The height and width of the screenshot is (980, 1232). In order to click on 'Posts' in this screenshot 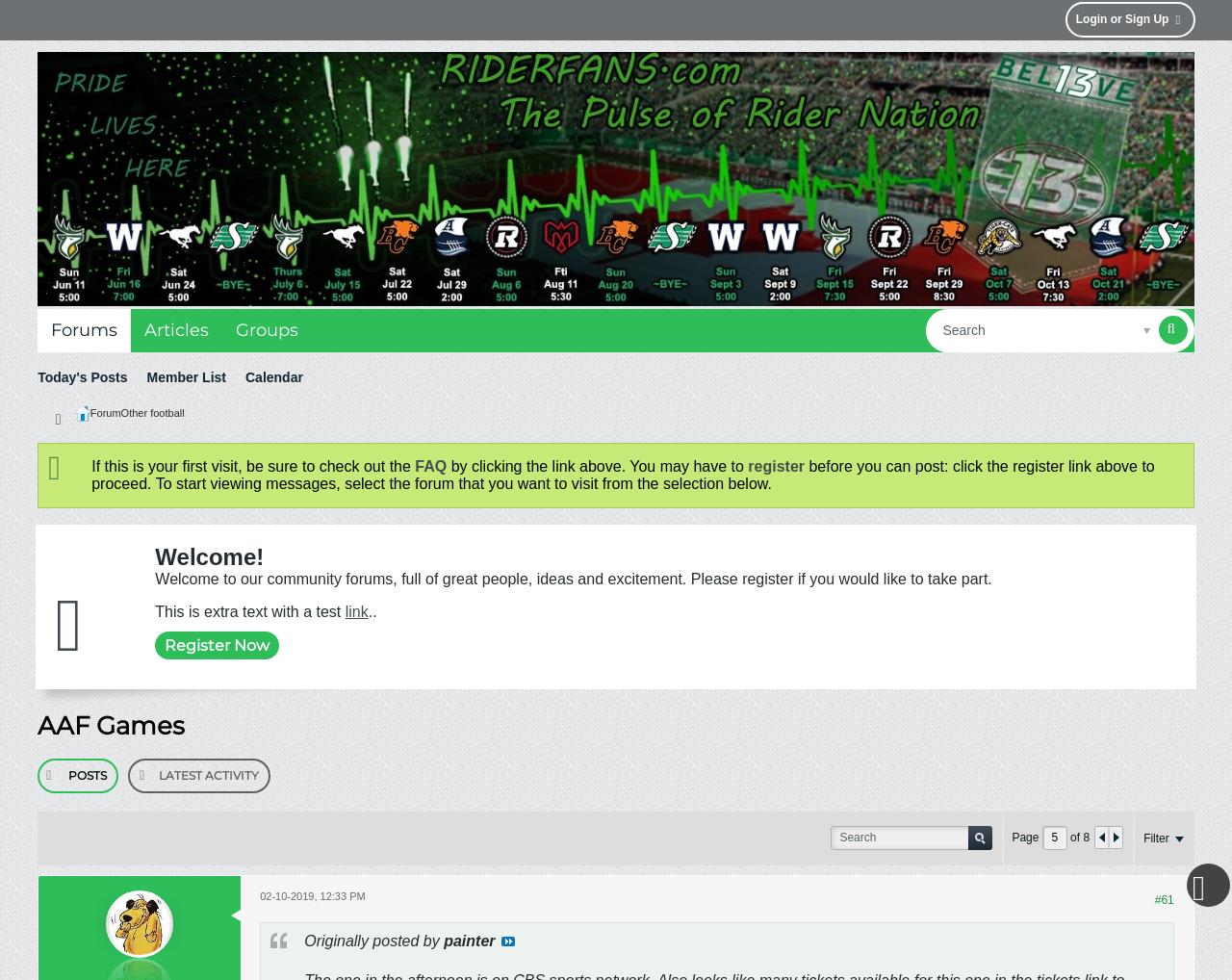, I will do `click(68, 774)`.